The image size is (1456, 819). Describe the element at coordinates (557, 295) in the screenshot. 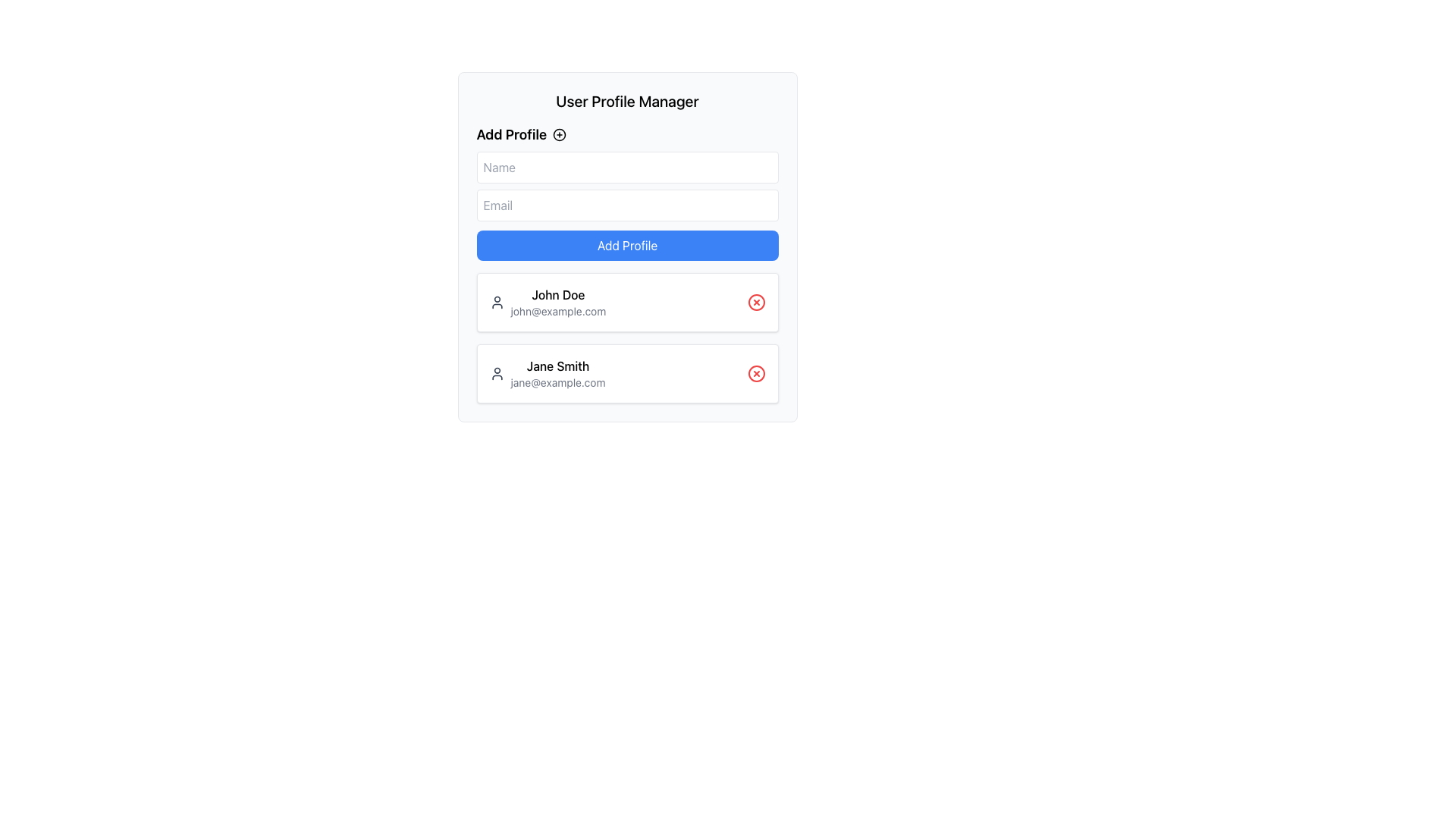

I see `the user name text label in the first user profile card, which identifies the user associated with the profile` at that location.